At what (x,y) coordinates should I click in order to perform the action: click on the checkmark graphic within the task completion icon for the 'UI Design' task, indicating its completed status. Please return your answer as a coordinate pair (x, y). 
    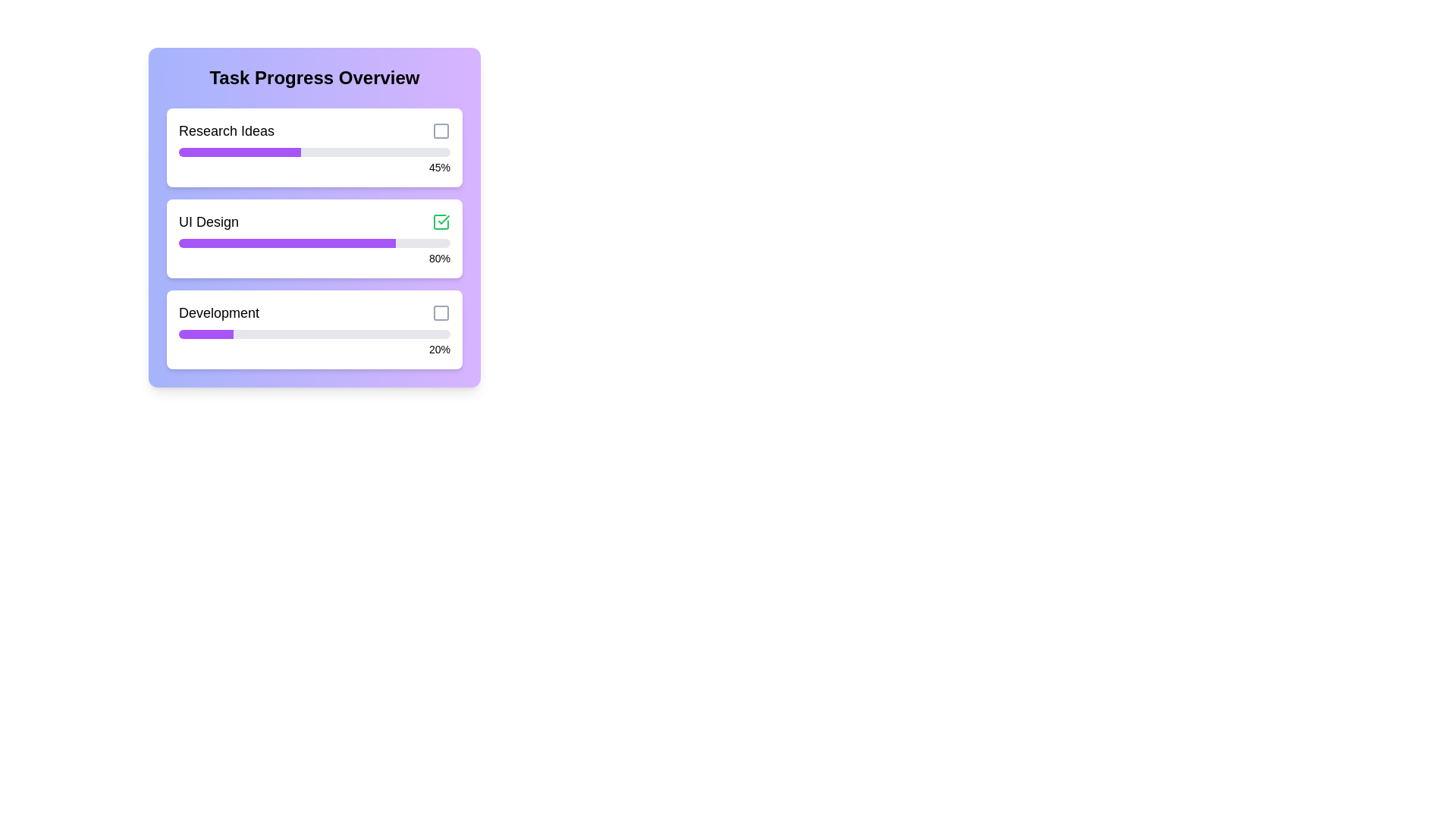
    Looking at the image, I should click on (443, 219).